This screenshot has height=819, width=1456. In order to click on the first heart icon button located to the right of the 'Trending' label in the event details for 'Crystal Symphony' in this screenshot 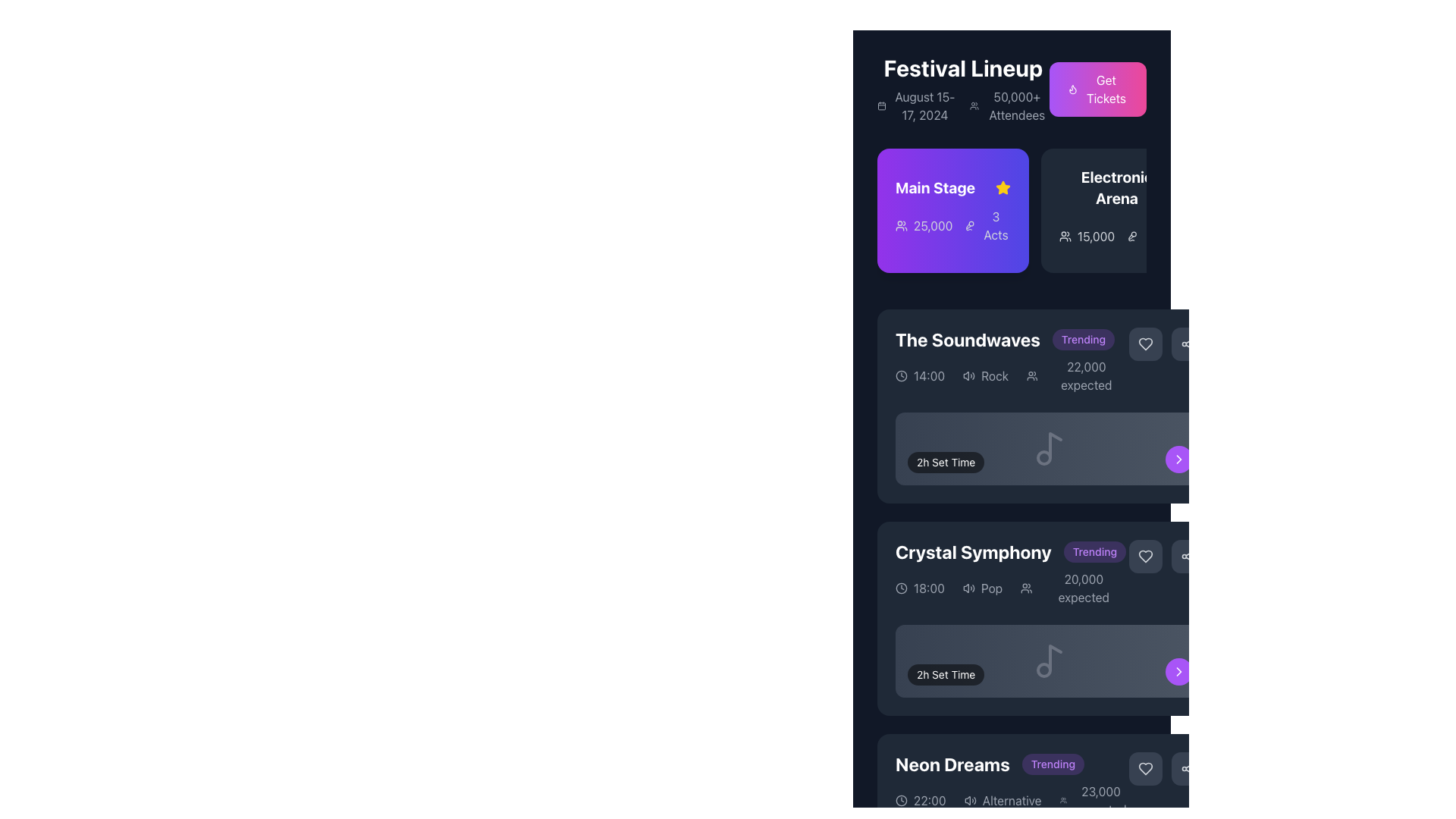, I will do `click(1146, 556)`.